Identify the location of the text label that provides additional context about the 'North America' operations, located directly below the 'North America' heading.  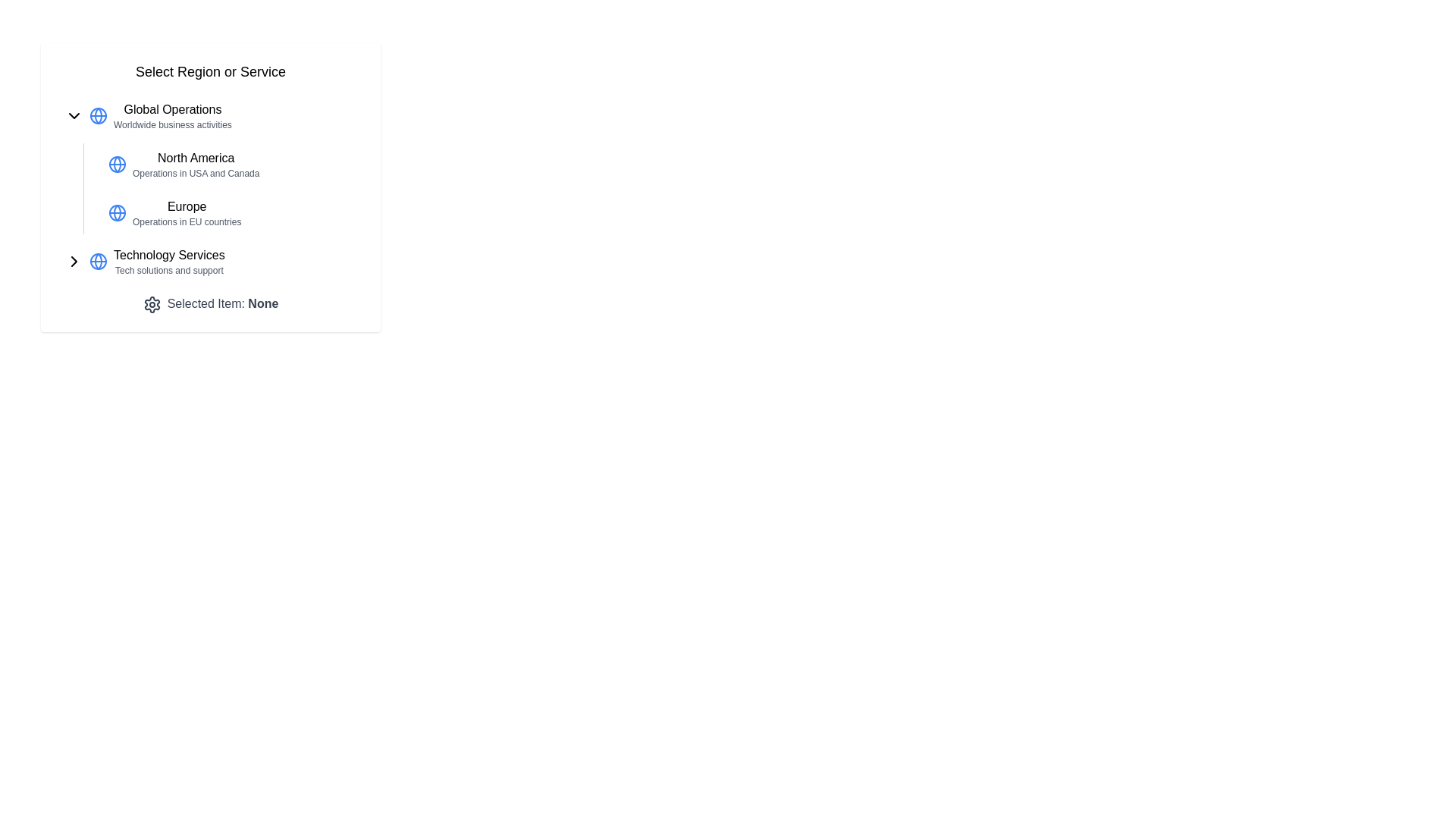
(195, 172).